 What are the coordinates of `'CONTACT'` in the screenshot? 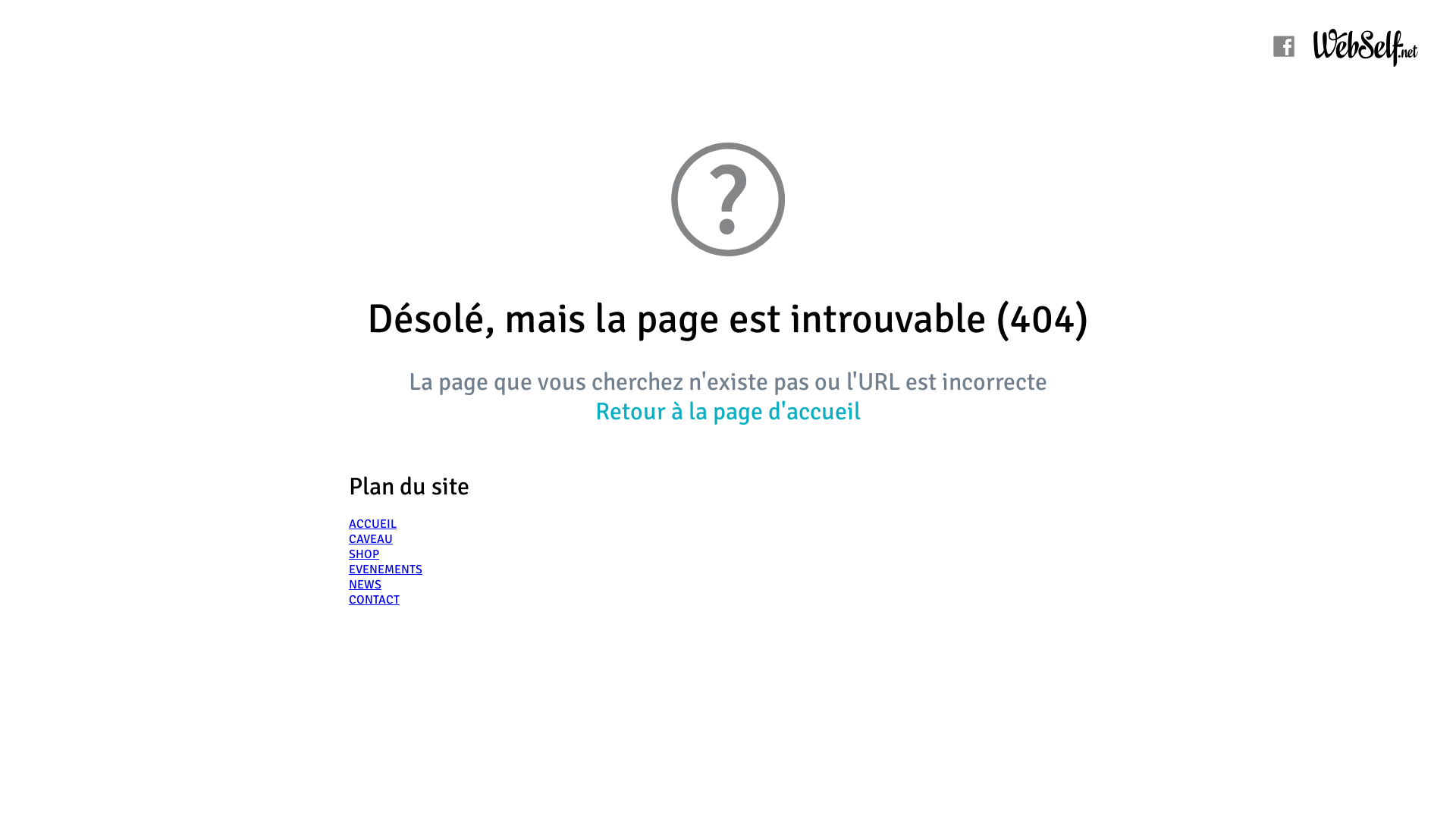 It's located at (348, 598).